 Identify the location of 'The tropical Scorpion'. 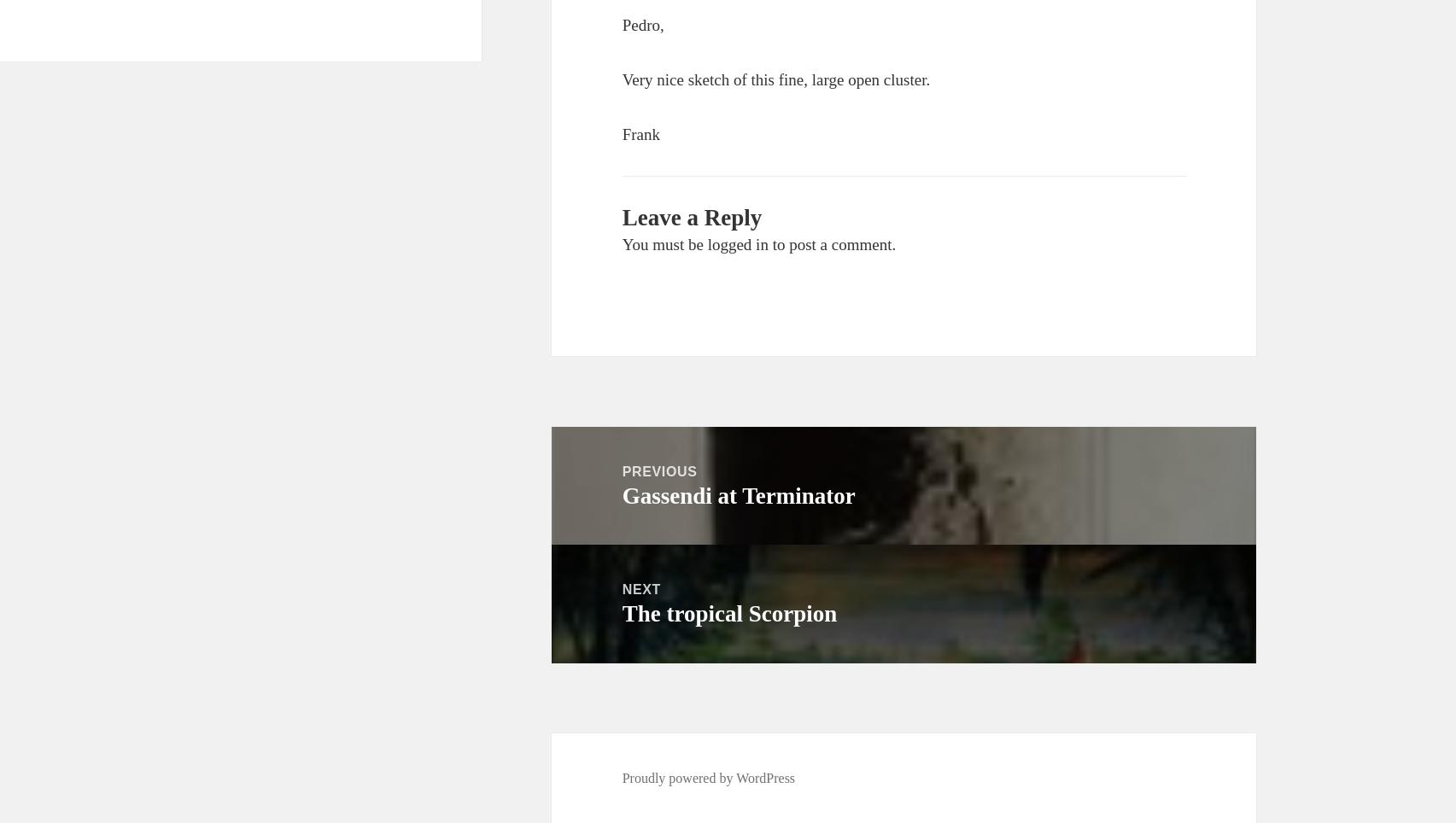
(728, 614).